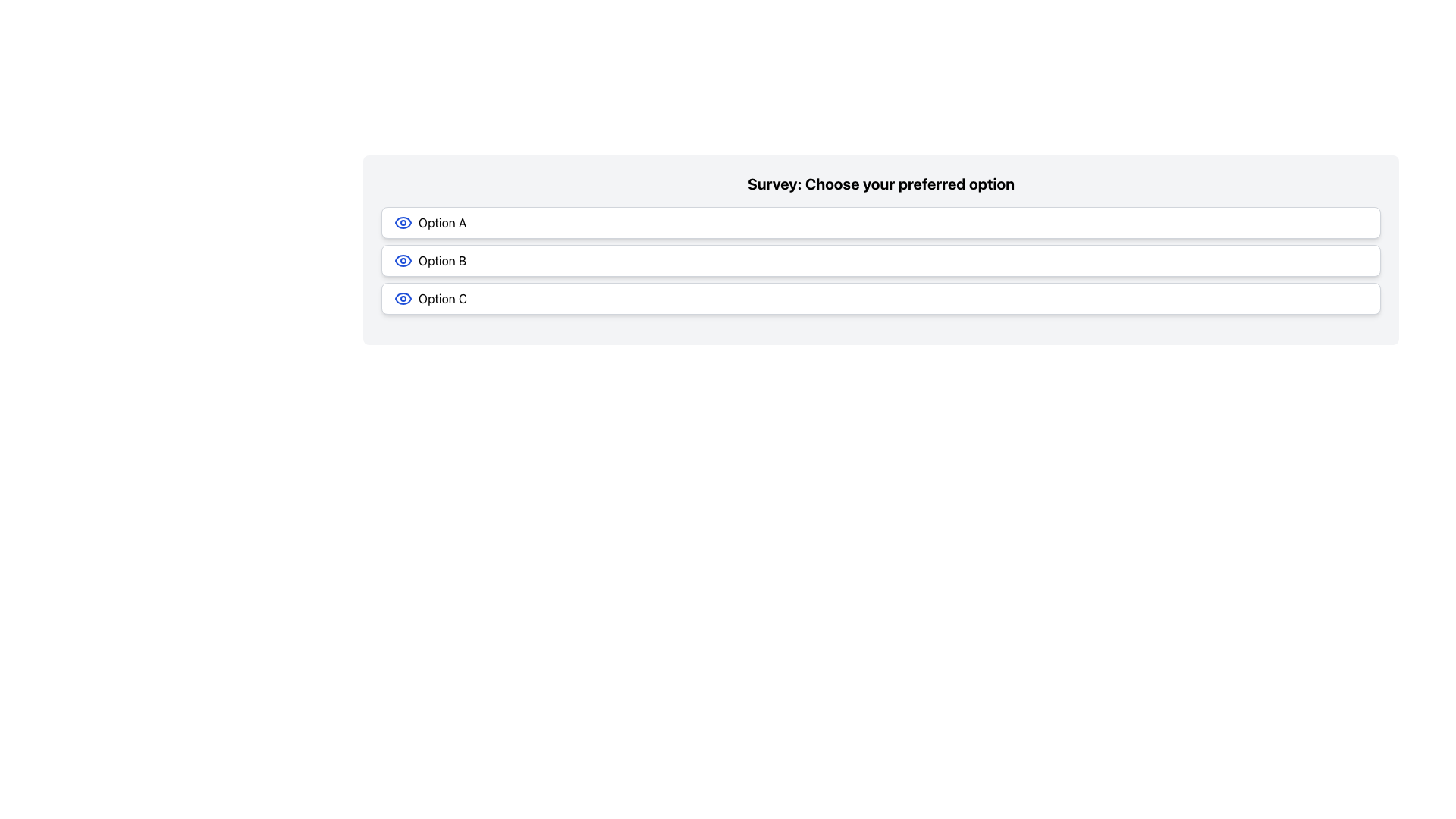 The image size is (1456, 819). I want to click on text content of the label describing 'Option C', which is located prominently in the lower third of the option group and positioned to the right of its associated icon, so click(442, 298).